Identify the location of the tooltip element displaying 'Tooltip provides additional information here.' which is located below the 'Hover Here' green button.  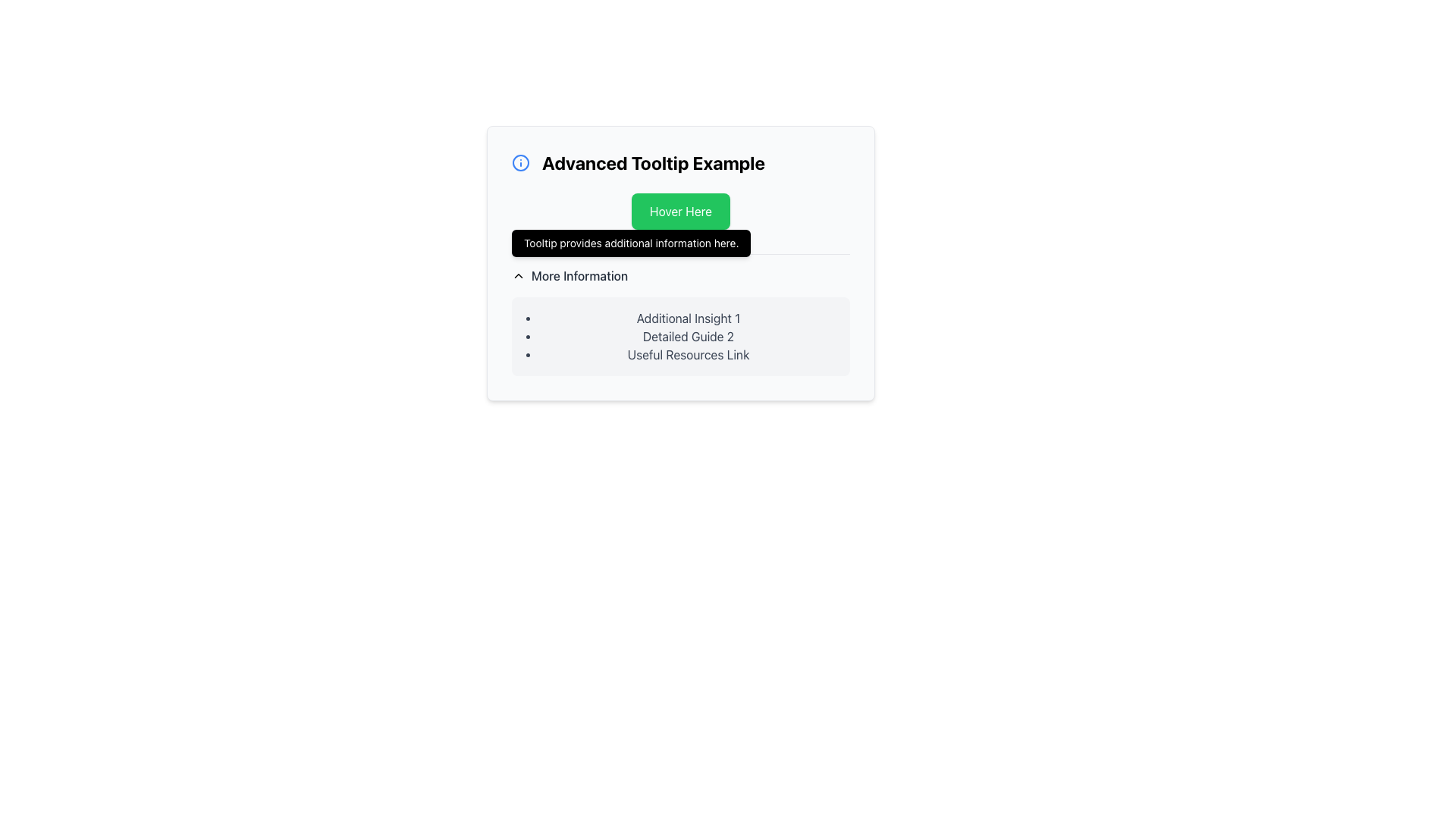
(631, 242).